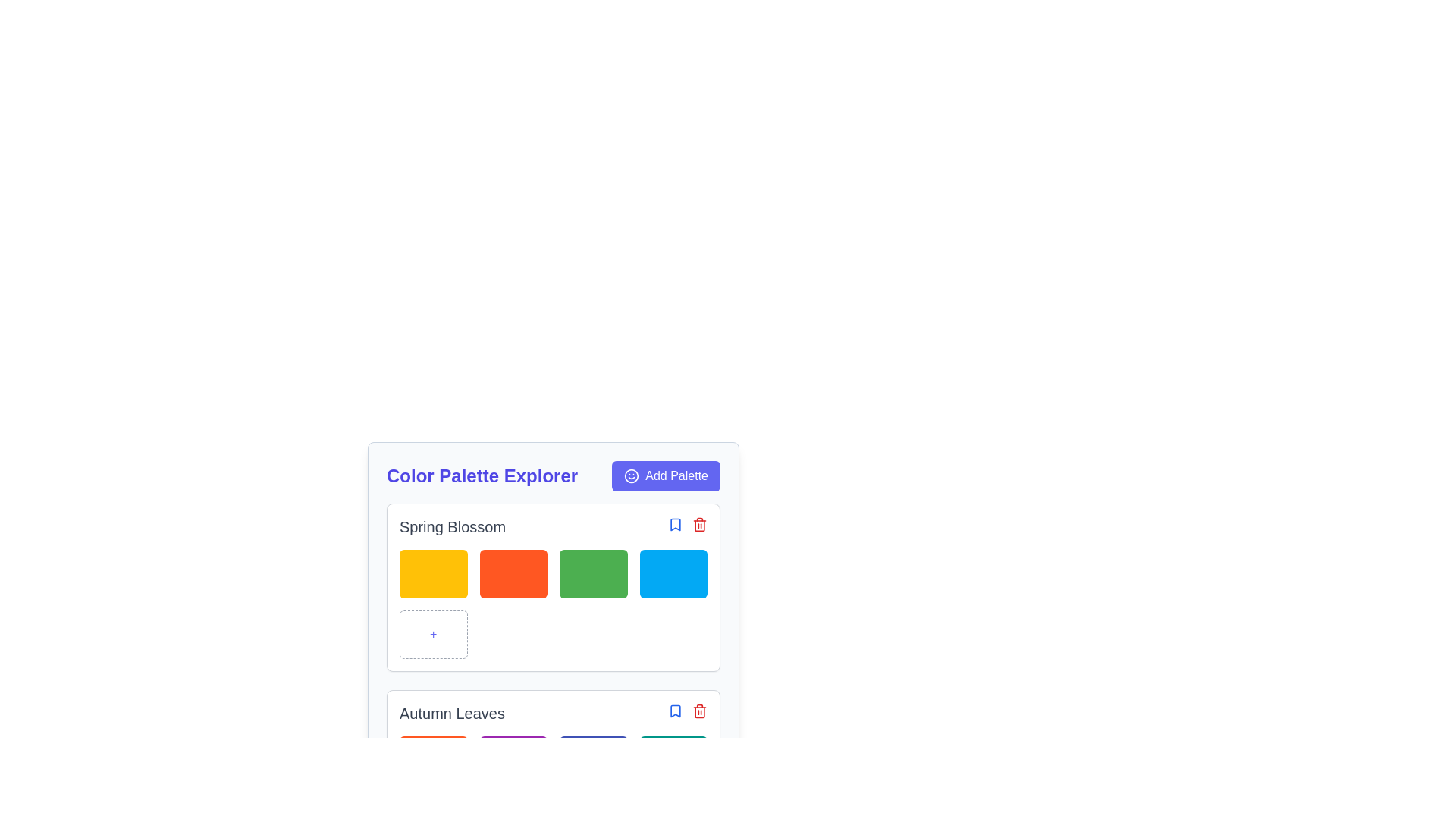  What do you see at coordinates (482, 475) in the screenshot?
I see `the text label reading 'Color Palette Explorer', which is styled with a bold font and indigo color, located at the top of the interface, to the left of the 'Add Palette' button` at bounding box center [482, 475].